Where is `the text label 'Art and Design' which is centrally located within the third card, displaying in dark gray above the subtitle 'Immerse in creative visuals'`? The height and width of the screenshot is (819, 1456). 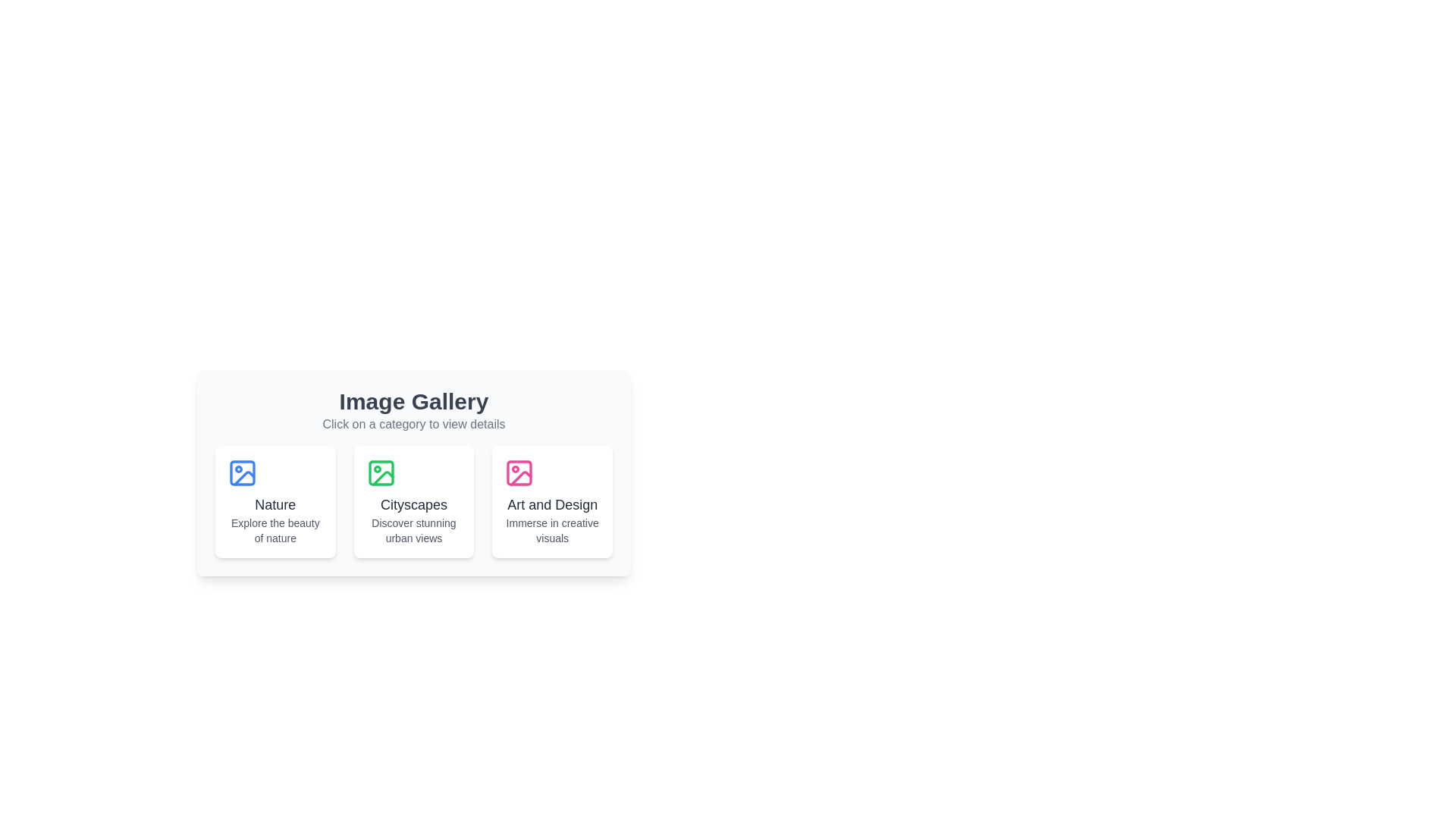
the text label 'Art and Design' which is centrally located within the third card, displaying in dark gray above the subtitle 'Immerse in creative visuals' is located at coordinates (551, 505).